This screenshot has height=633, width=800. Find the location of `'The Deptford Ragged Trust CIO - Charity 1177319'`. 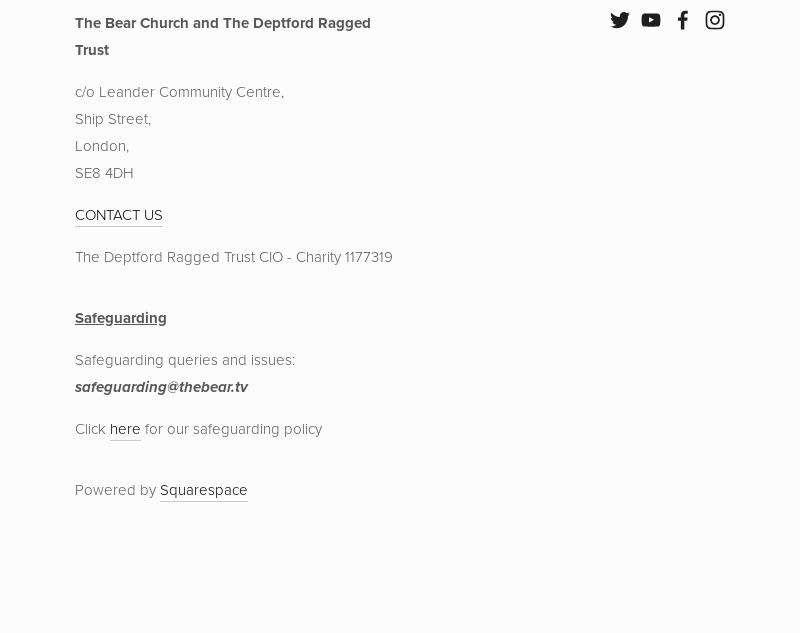

'The Deptford Ragged Trust CIO - Charity 1177319' is located at coordinates (233, 256).